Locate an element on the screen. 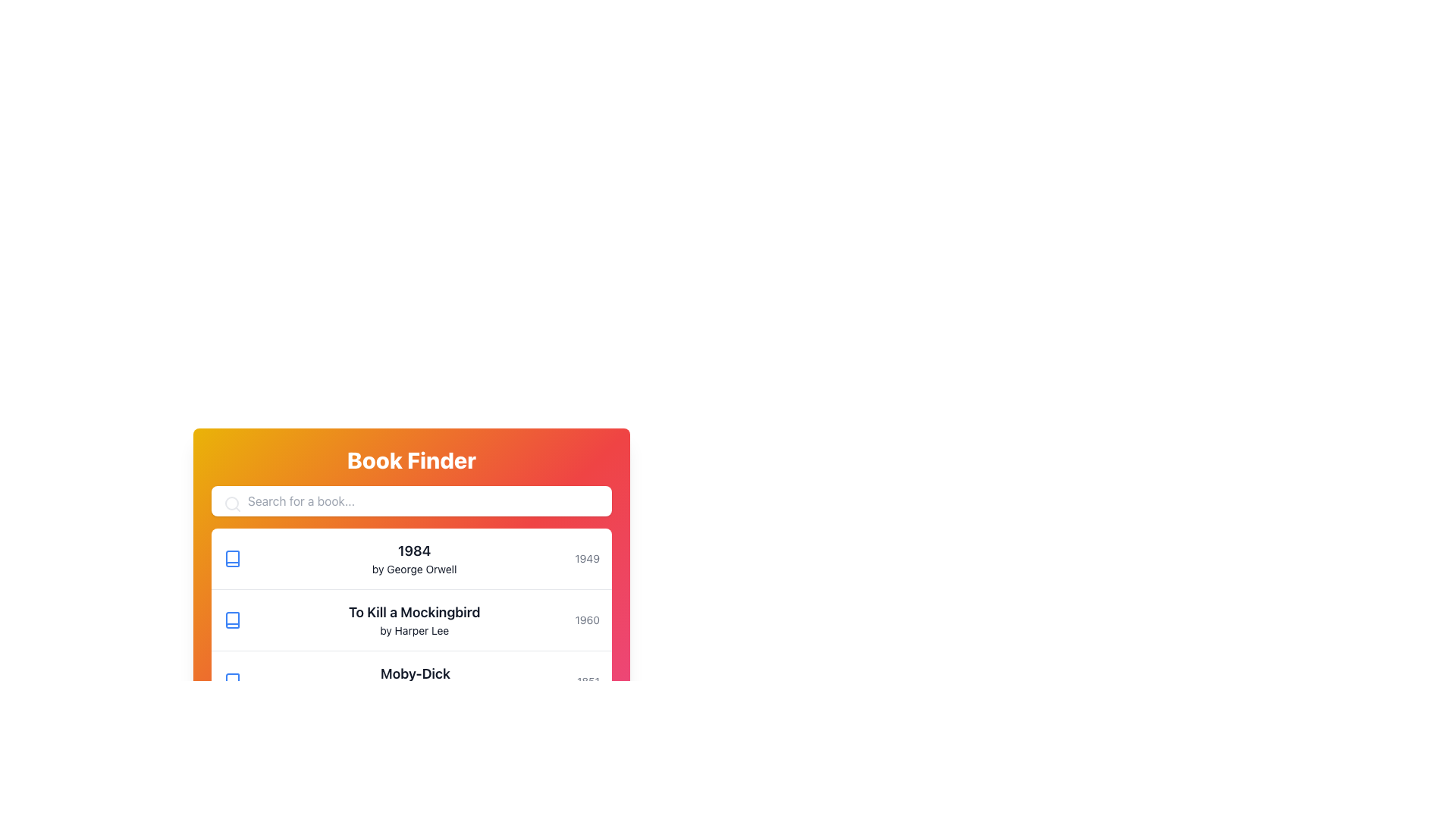 This screenshot has width=1456, height=819. the text display element that shows 'To Kill a Mockingbird' by Harper Lee, which is the second listing in the book section is located at coordinates (414, 620).